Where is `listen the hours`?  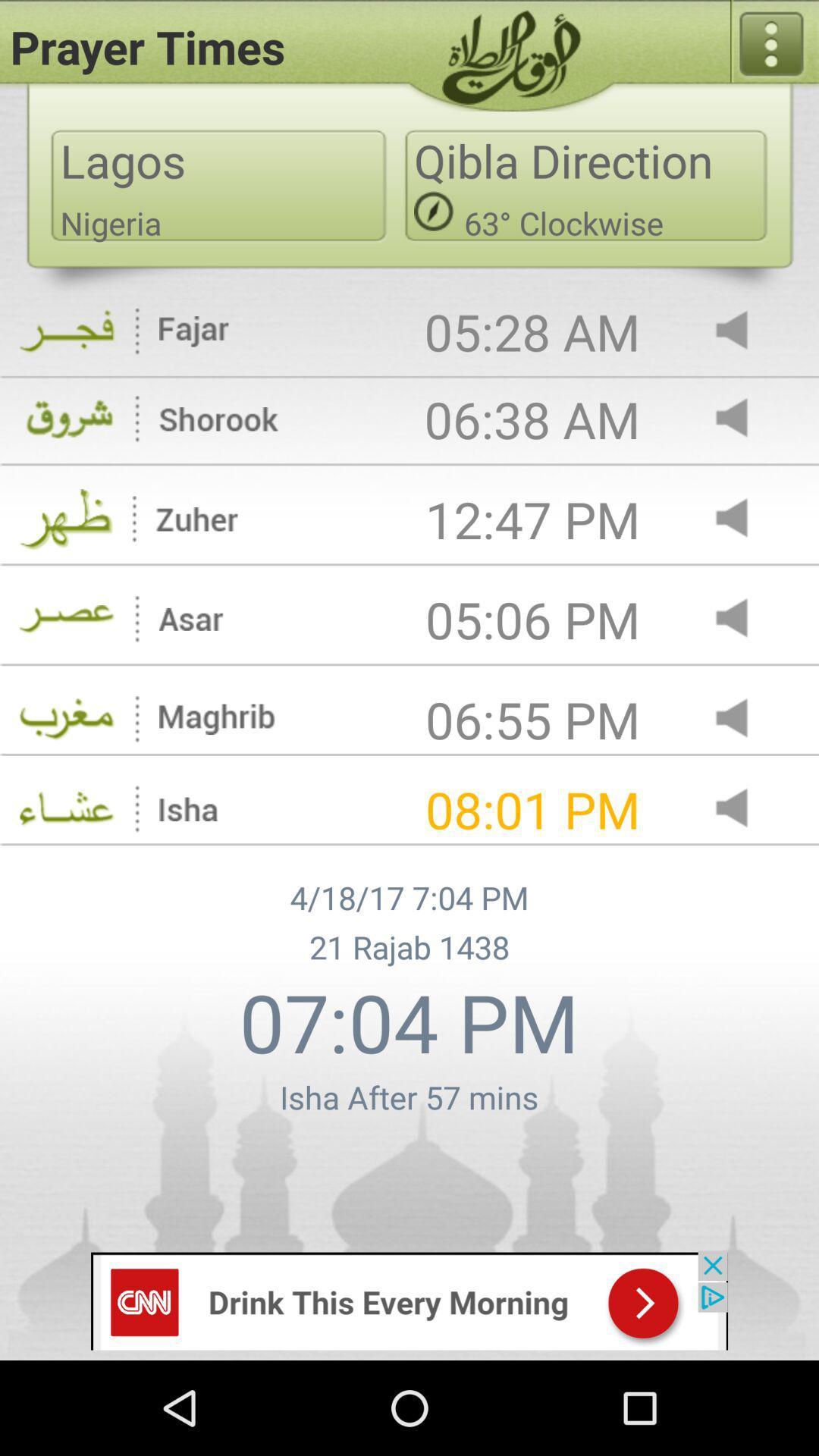 listen the hours is located at coordinates (744, 719).